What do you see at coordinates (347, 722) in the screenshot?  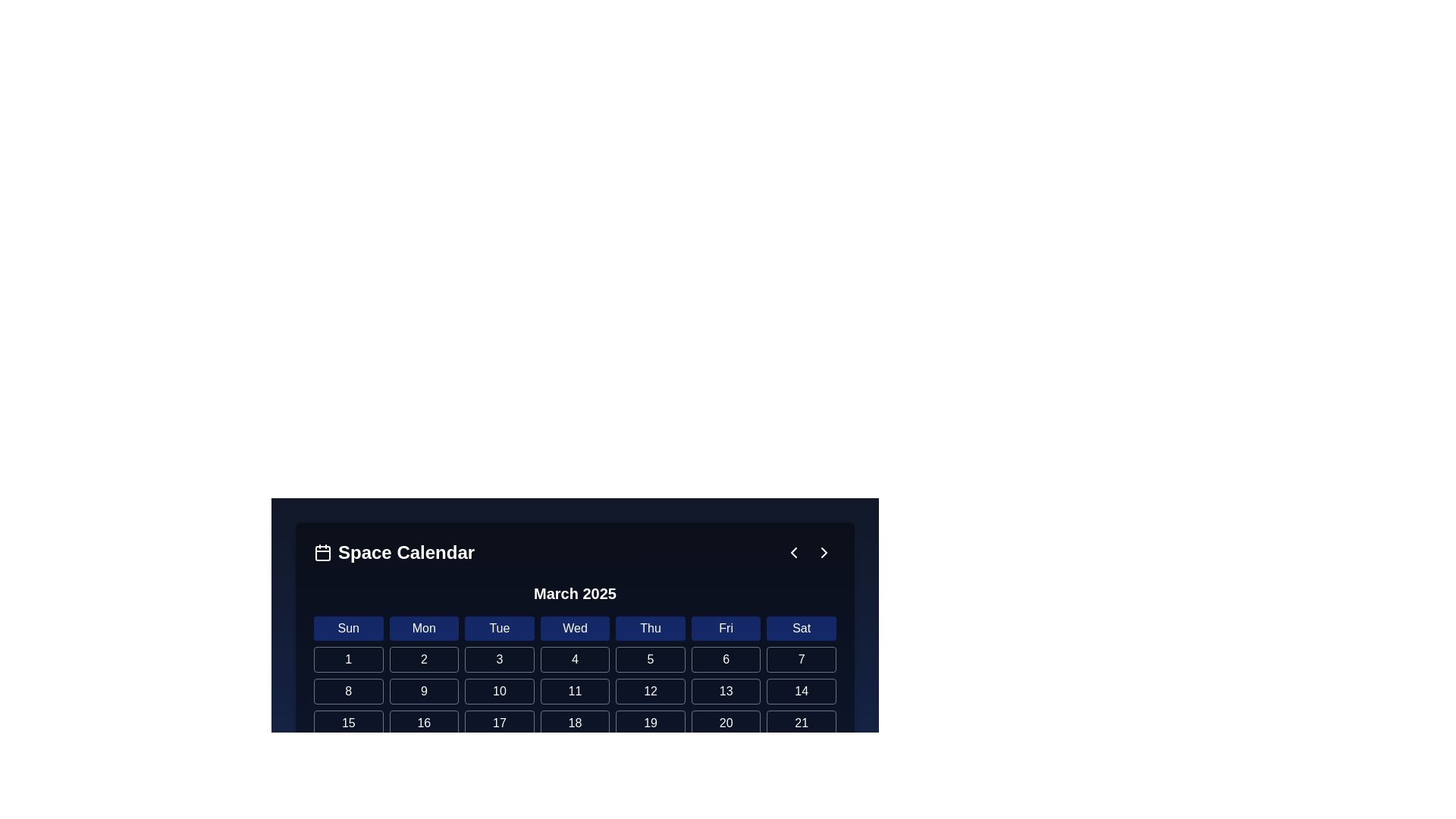 I see `the Calendar Day Box displaying the number '15'` at bounding box center [347, 722].